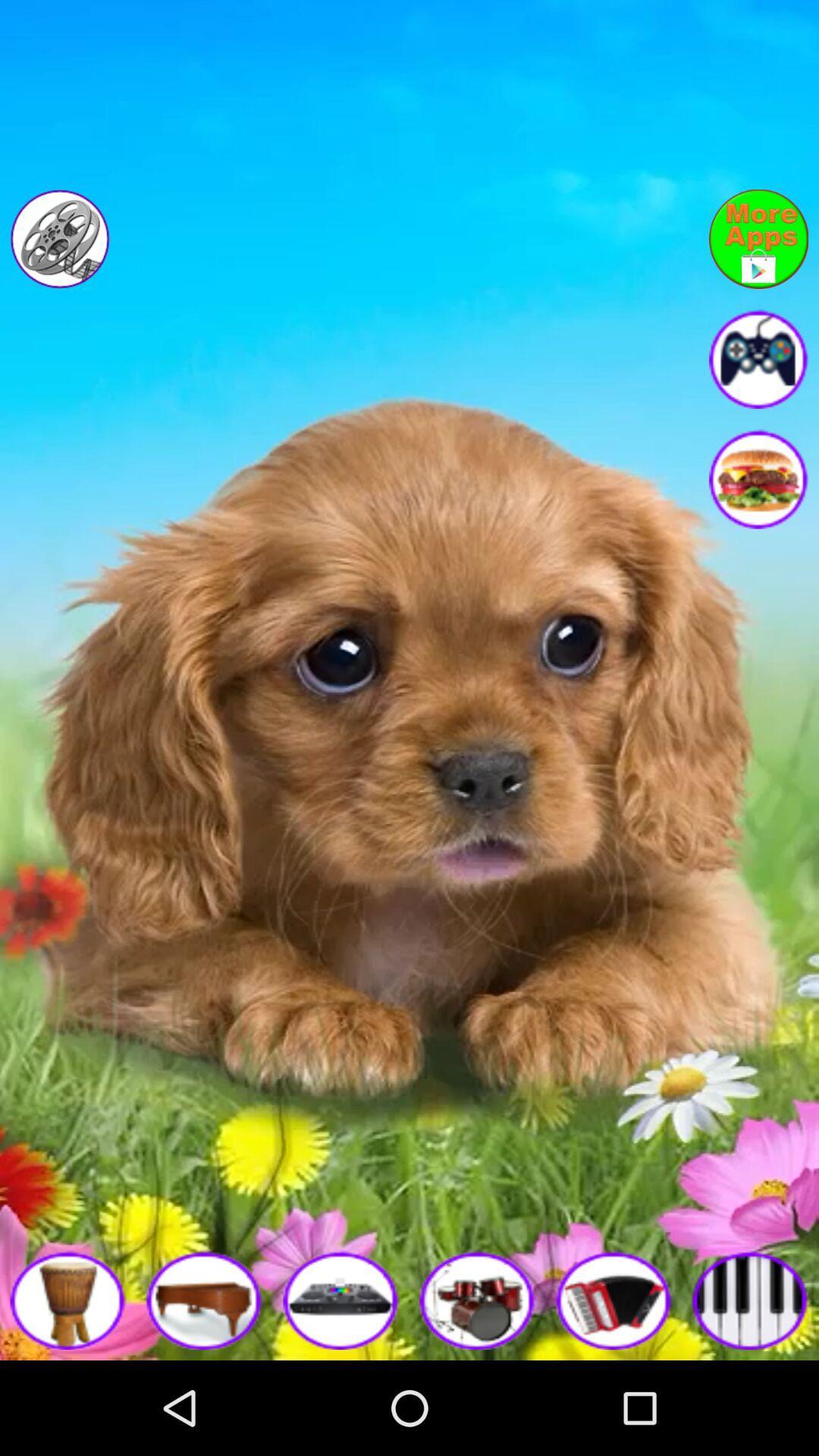 This screenshot has width=819, height=1456. I want to click on the game is make mind very calm, so click(758, 358).